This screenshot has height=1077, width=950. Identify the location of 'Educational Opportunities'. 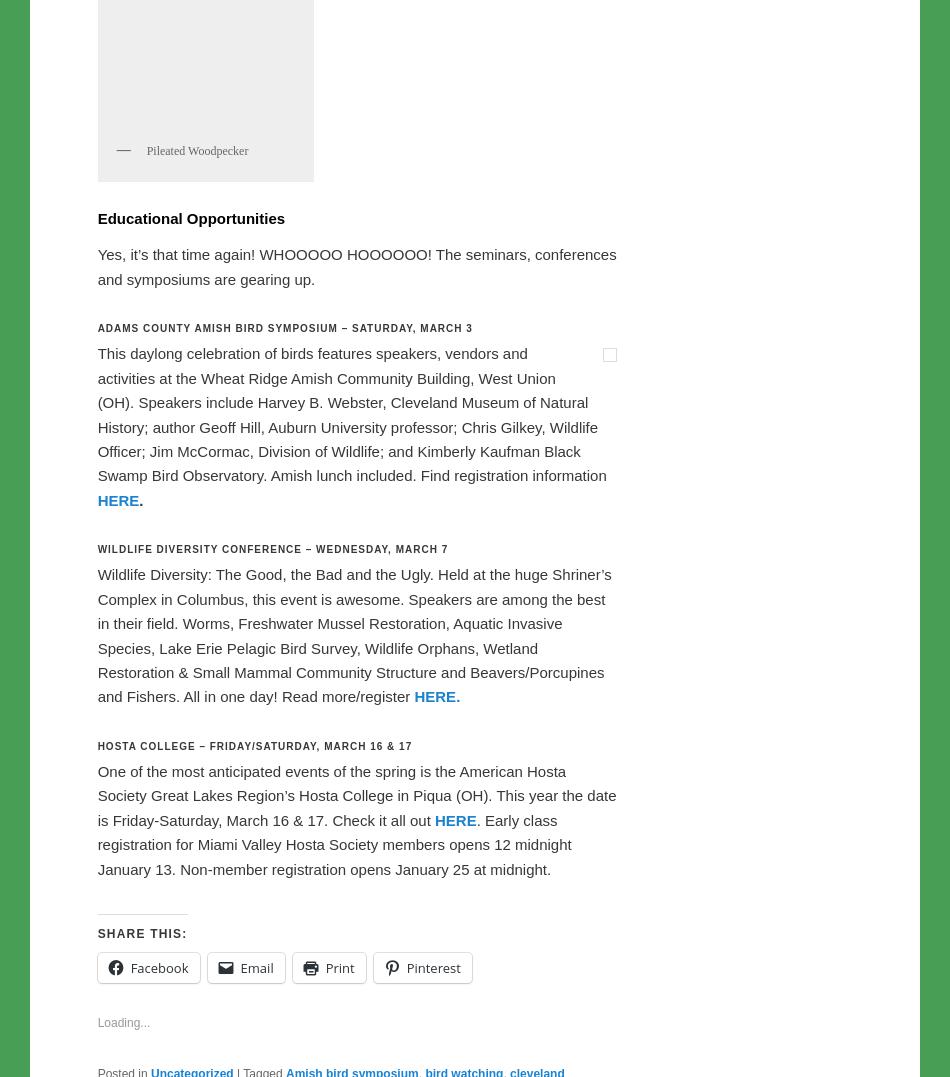
(191, 636).